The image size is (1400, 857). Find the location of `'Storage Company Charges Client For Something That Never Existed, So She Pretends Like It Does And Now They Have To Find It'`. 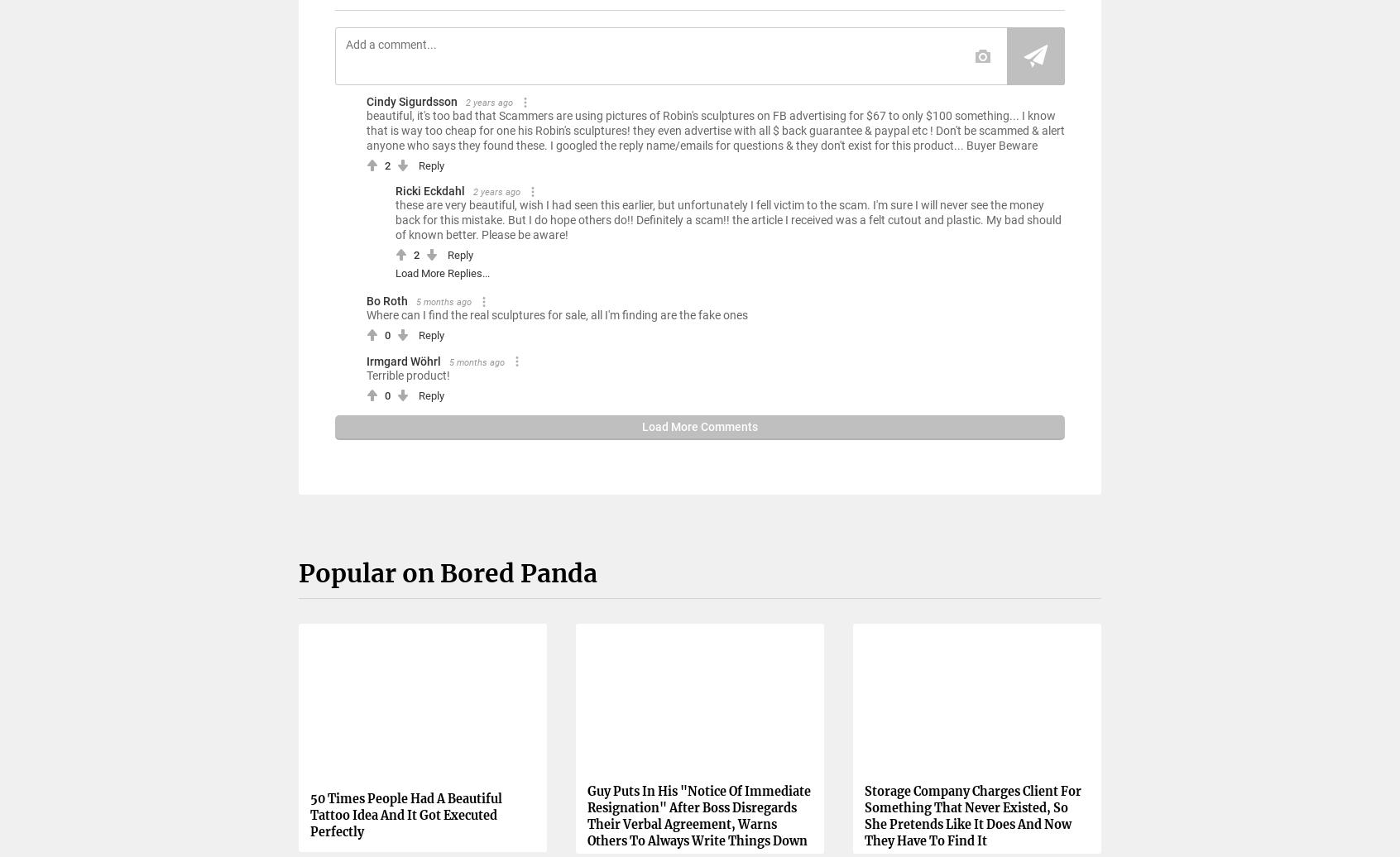

'Storage Company Charges Client For Something That Never Existed, So She Pretends Like It Does And Now They Have To Find It' is located at coordinates (863, 815).